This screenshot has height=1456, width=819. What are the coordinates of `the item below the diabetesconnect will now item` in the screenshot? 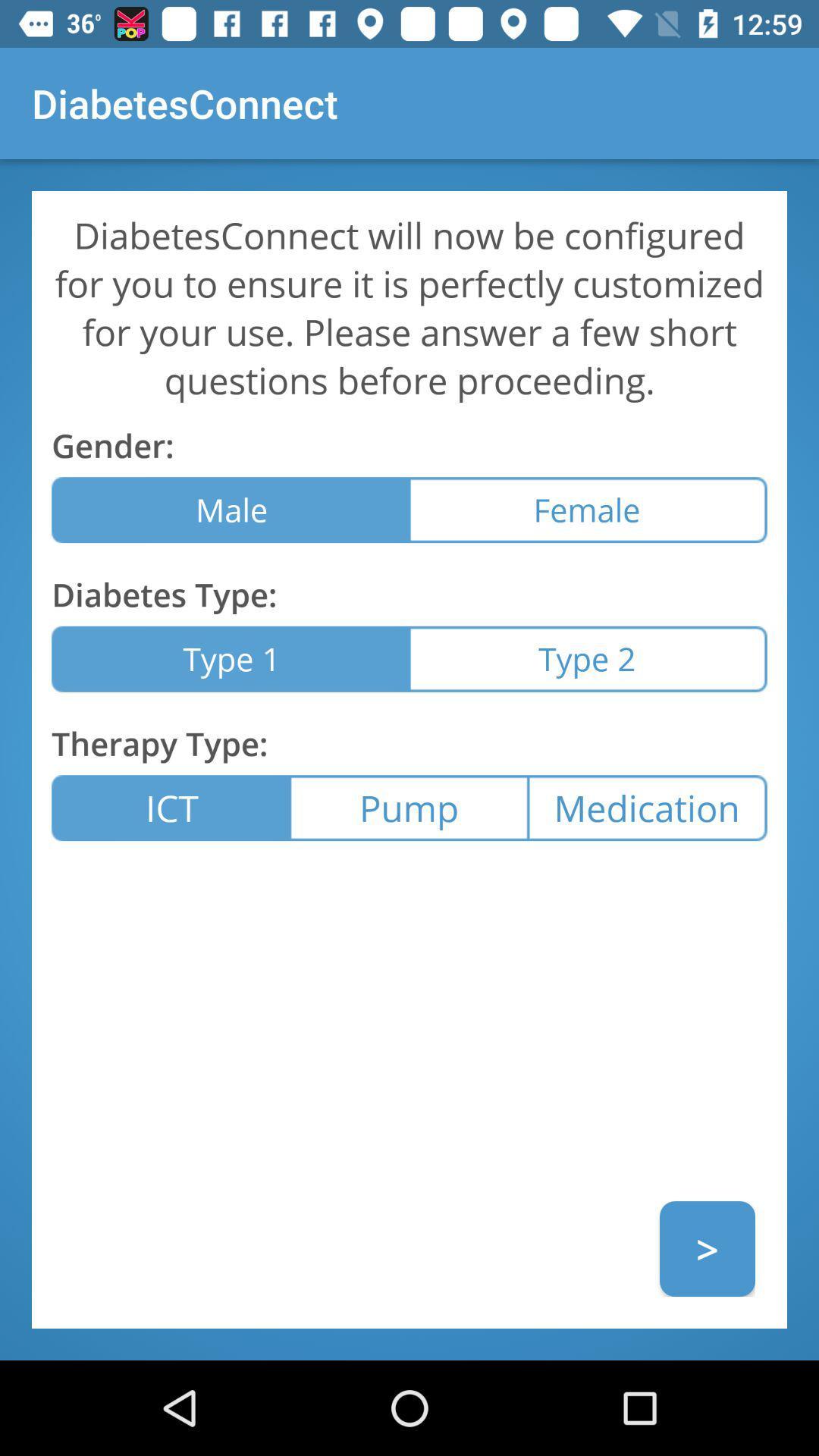 It's located at (587, 510).